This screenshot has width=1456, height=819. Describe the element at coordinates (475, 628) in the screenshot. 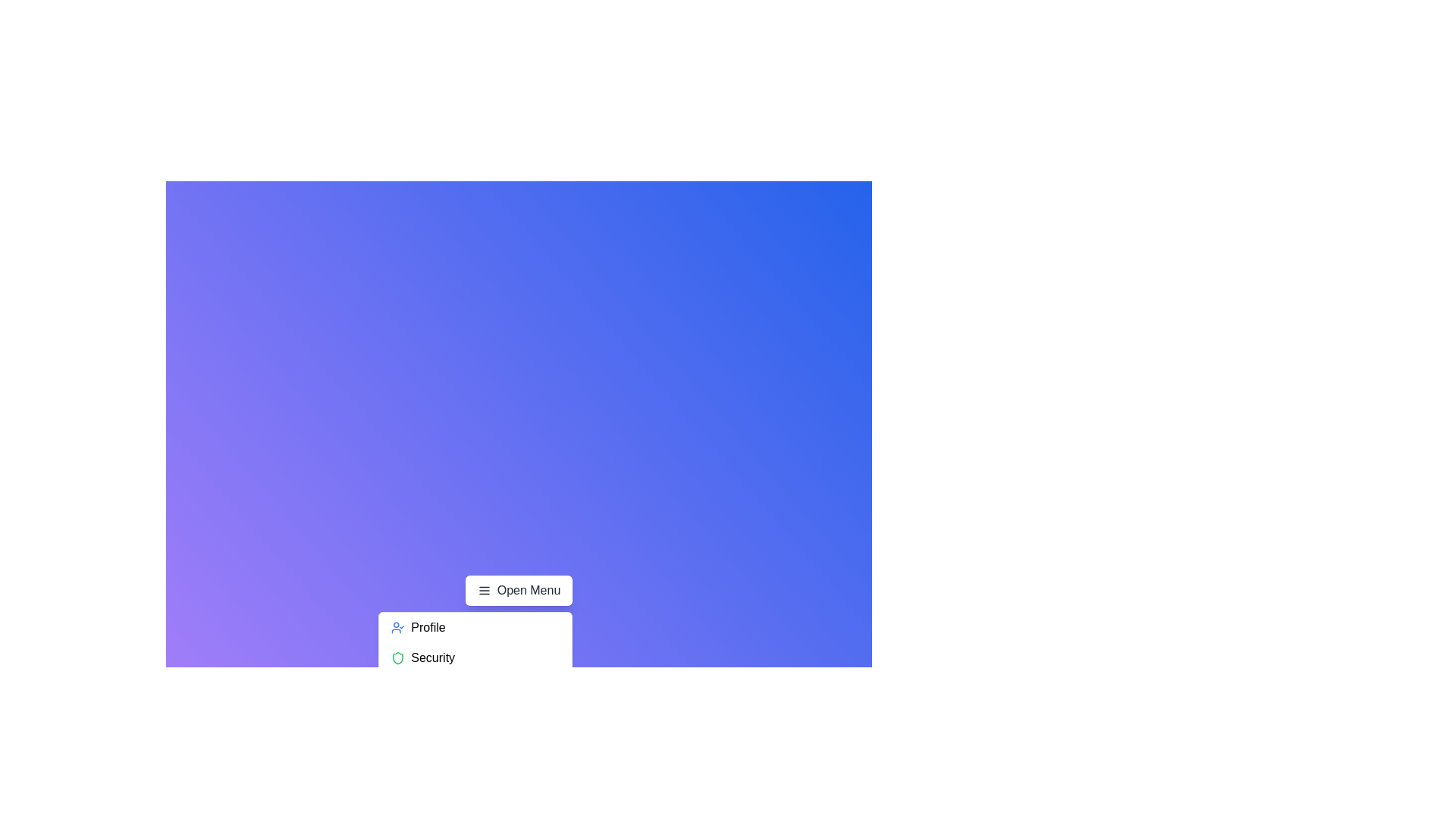

I see `the menu item Profile by clicking on it` at that location.